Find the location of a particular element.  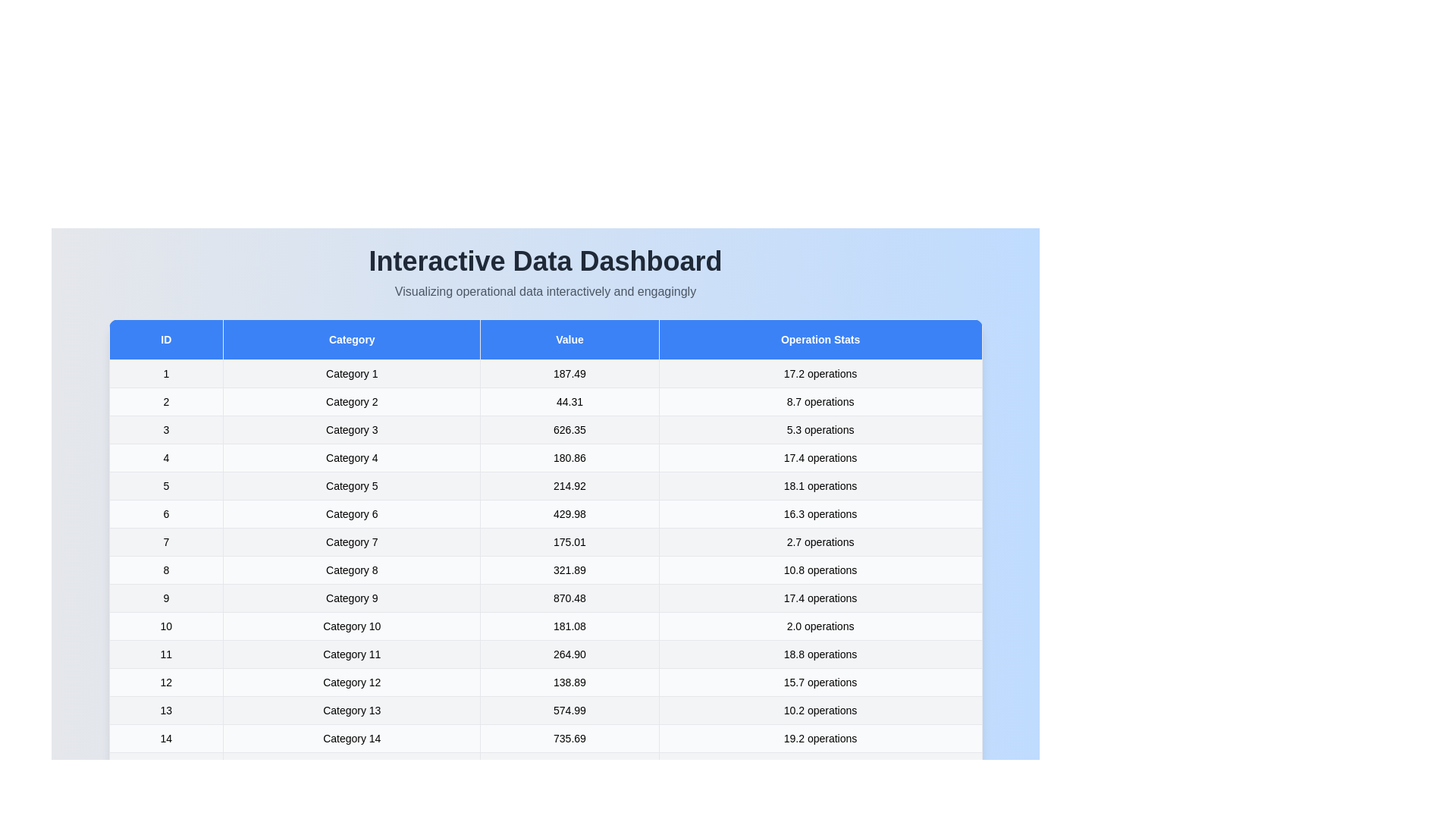

the text of the table row corresponding to the desired data entry is located at coordinates (351, 374).